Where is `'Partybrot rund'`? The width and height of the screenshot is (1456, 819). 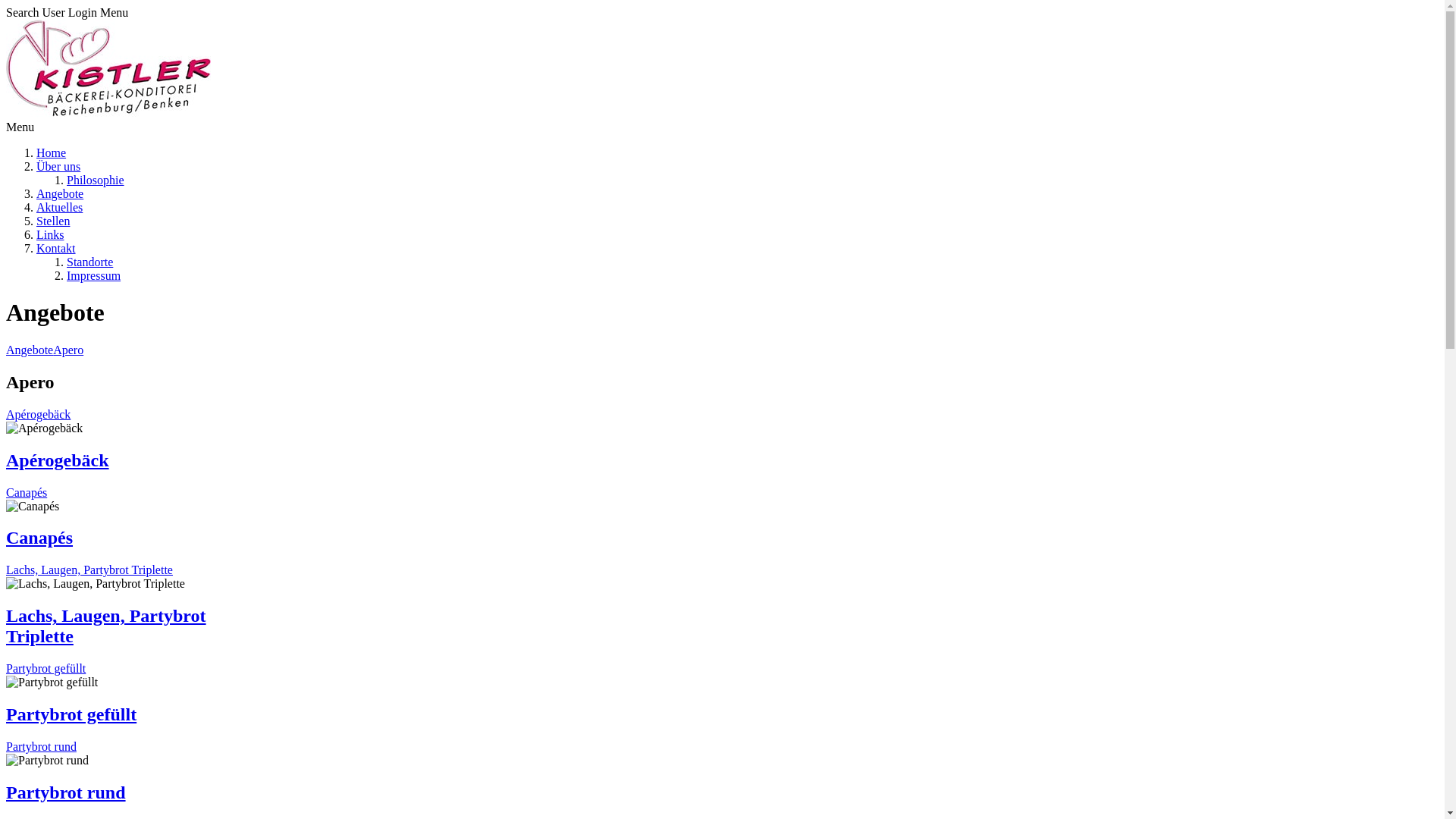 'Partybrot rund' is located at coordinates (6, 745).